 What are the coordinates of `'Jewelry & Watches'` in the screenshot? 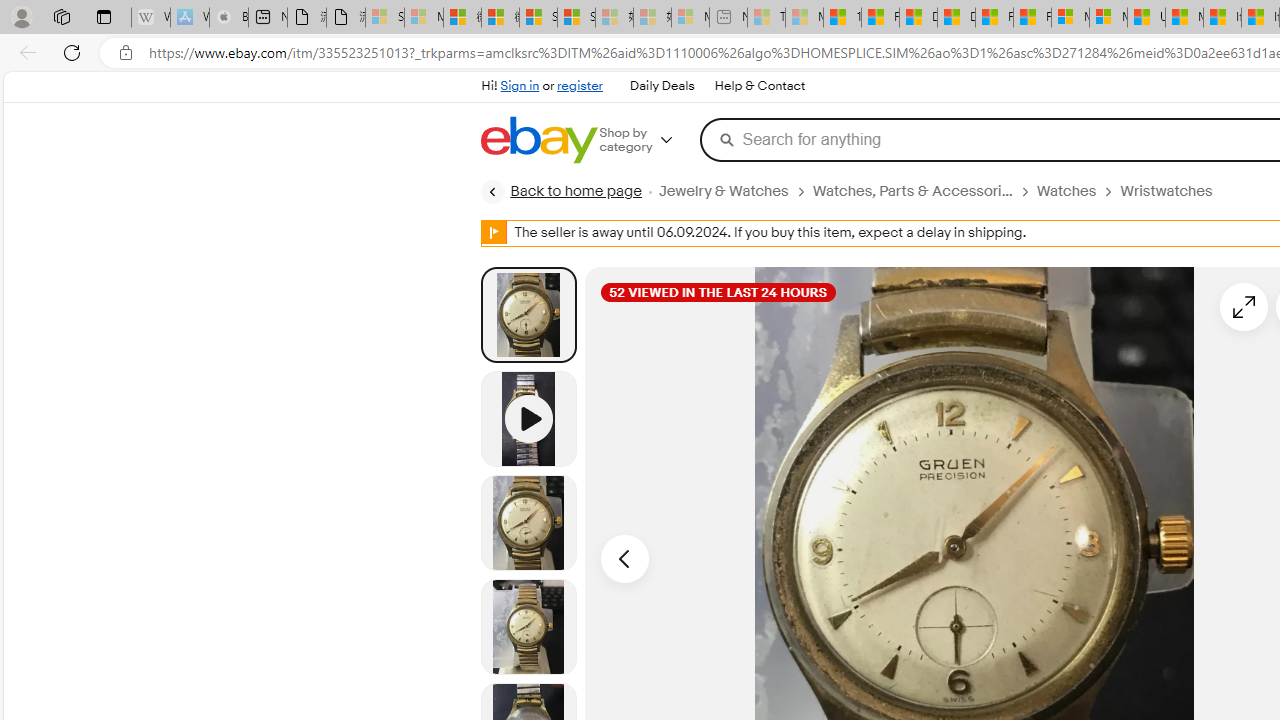 It's located at (734, 191).